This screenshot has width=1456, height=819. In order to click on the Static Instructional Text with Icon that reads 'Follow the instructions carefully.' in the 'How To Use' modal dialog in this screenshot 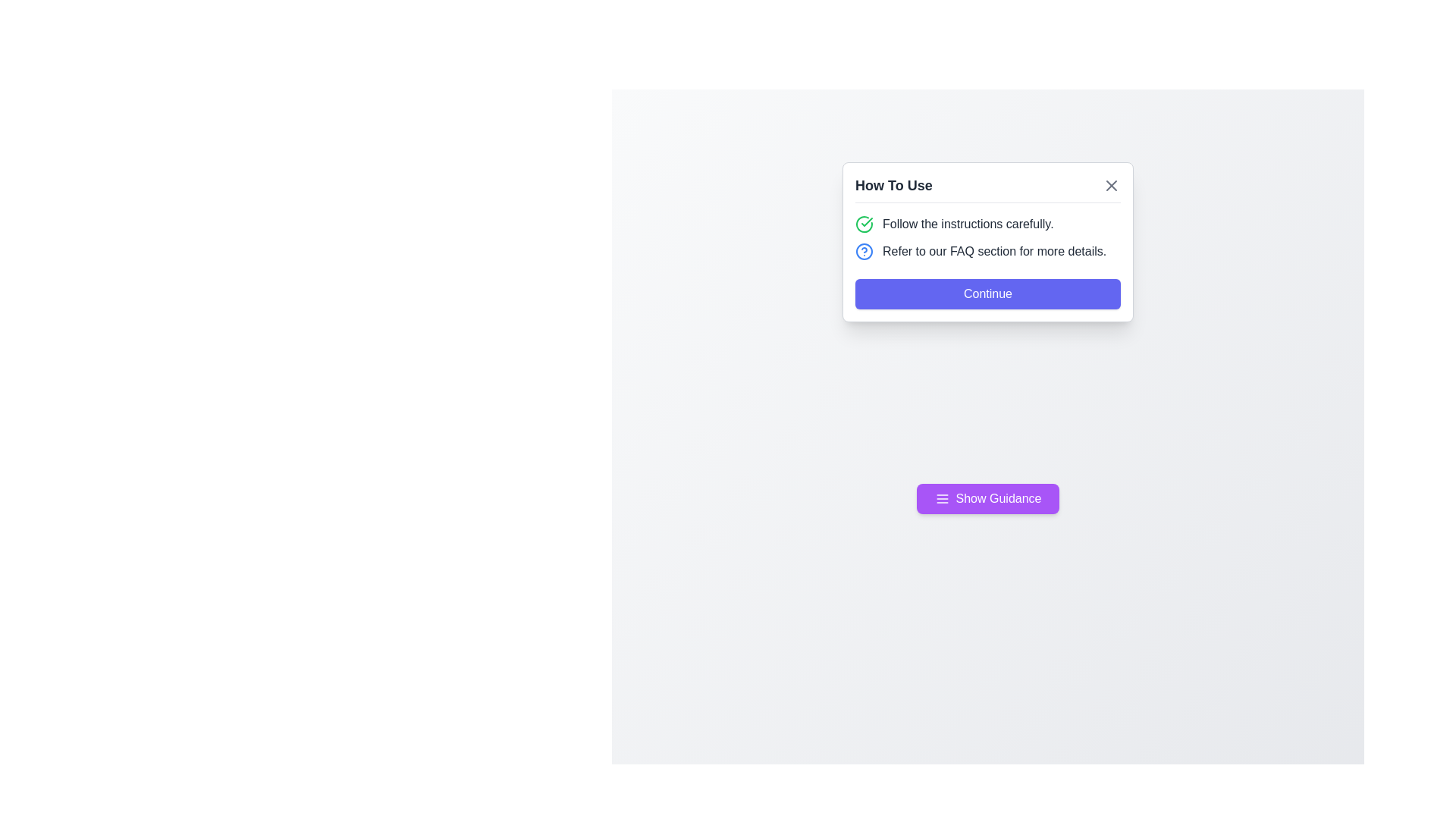, I will do `click(987, 224)`.